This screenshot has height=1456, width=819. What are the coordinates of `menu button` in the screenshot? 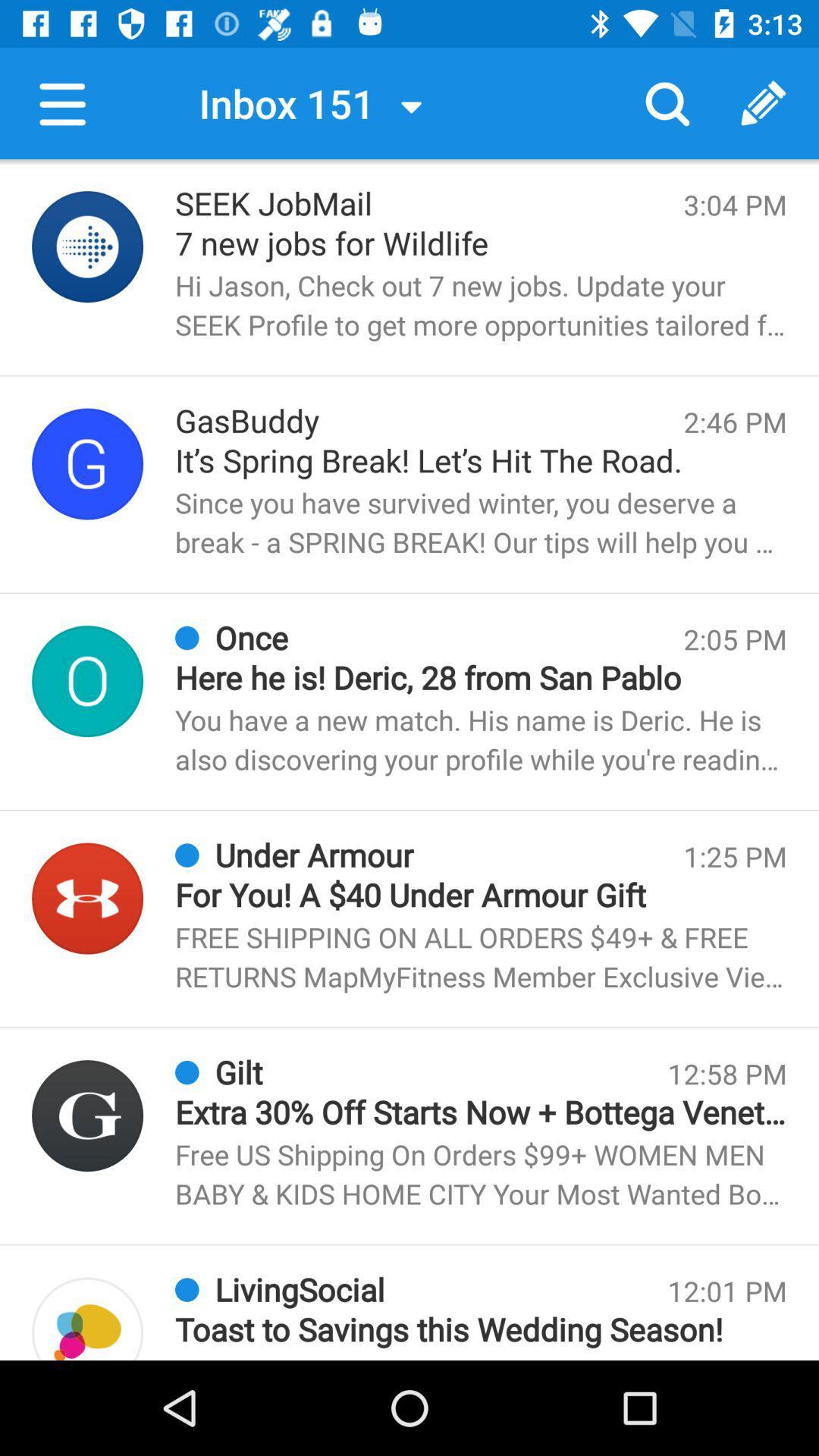 It's located at (63, 103).